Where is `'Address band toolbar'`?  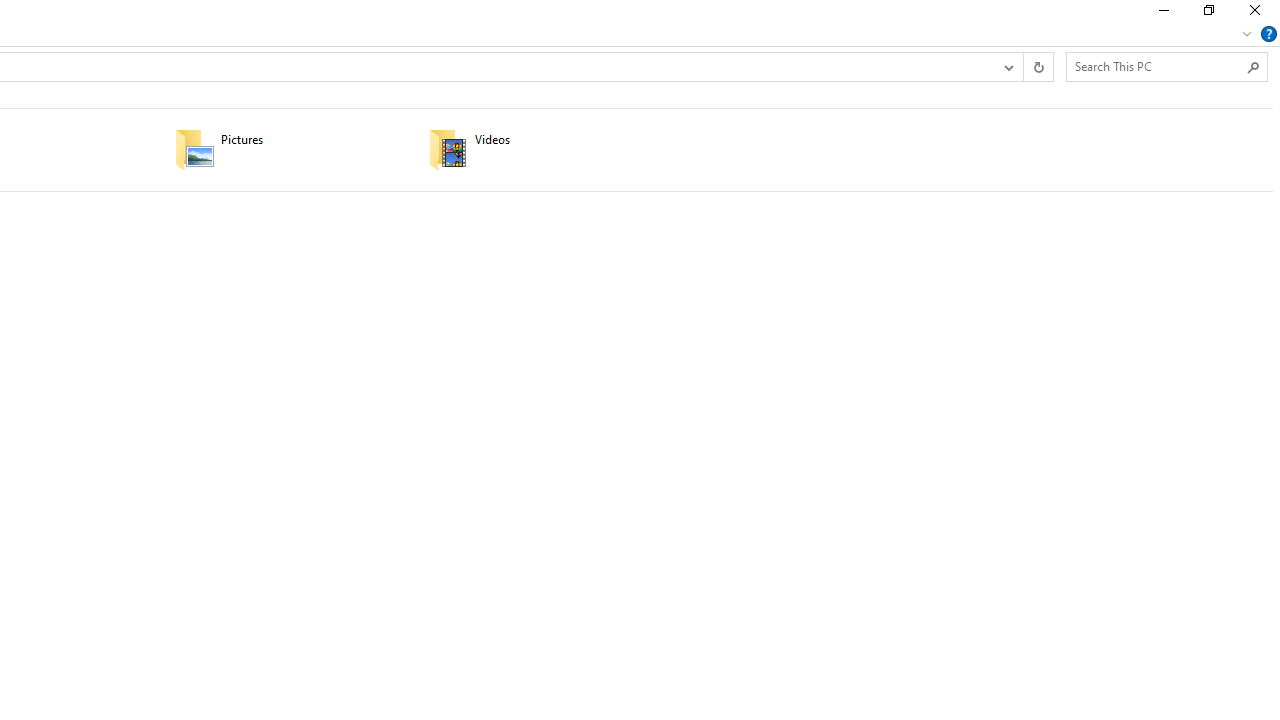 'Address band toolbar' is located at coordinates (1023, 65).